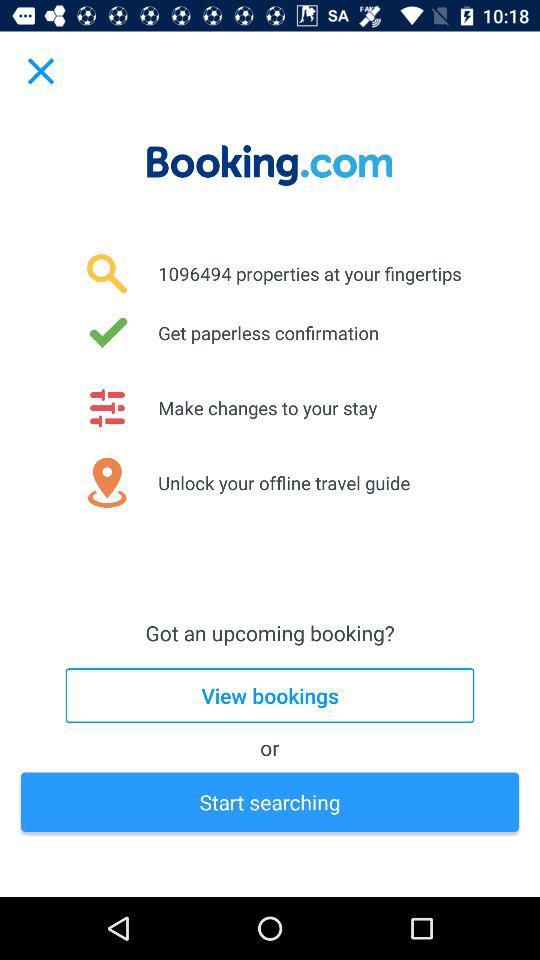  I want to click on view bookings, so click(270, 695).